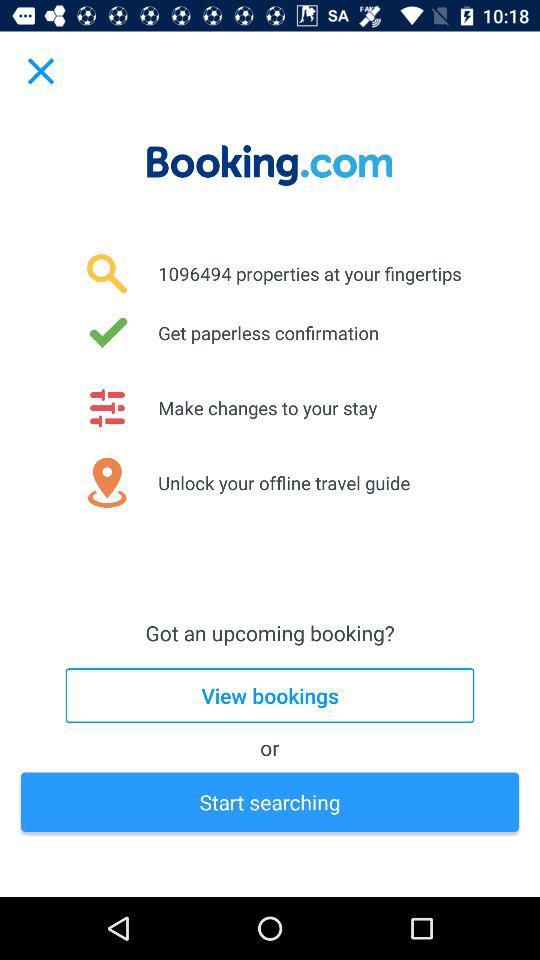  I want to click on view bookings, so click(270, 695).